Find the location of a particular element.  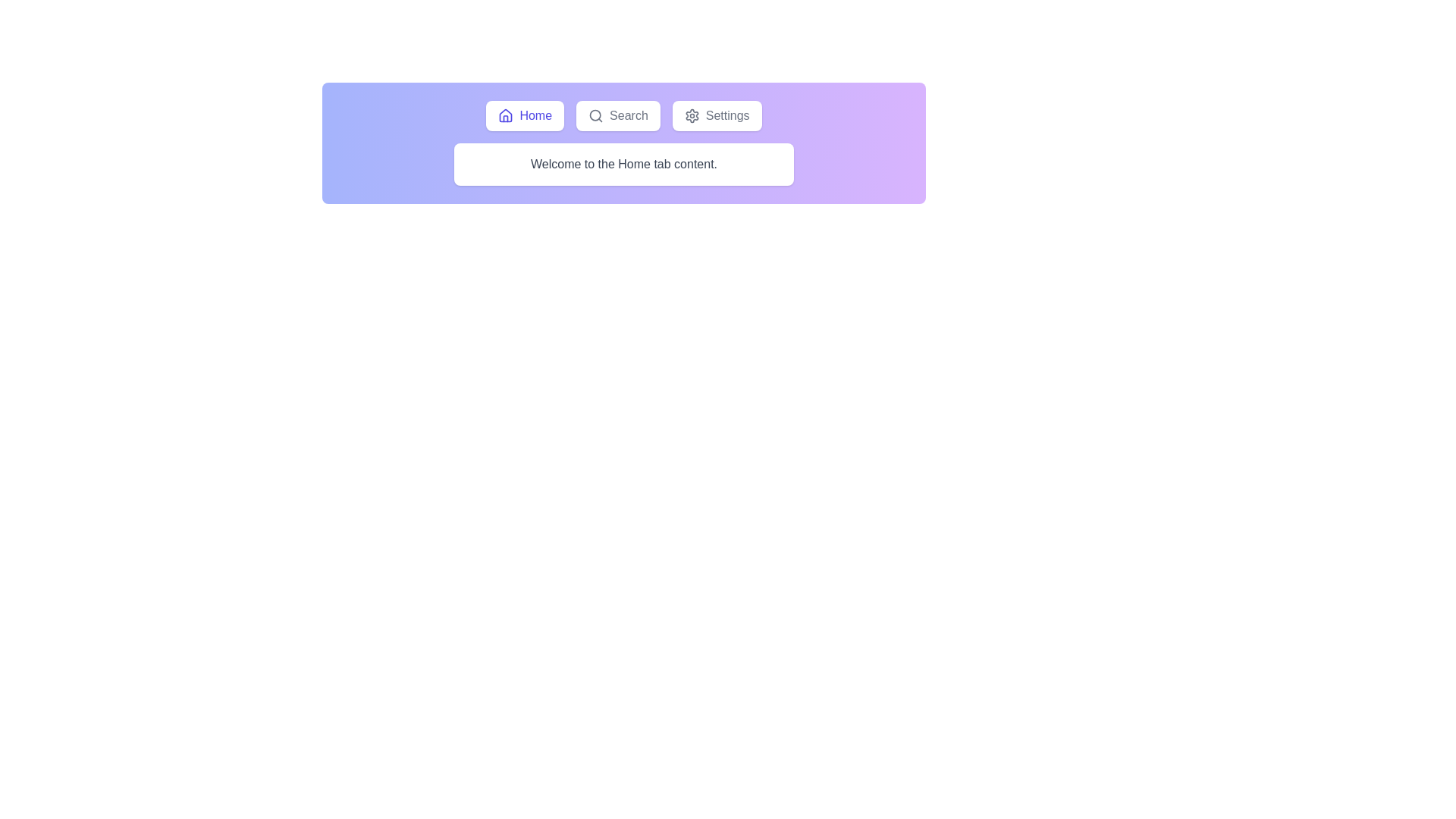

the 'Home' button that contains a stylized house icon is located at coordinates (506, 115).